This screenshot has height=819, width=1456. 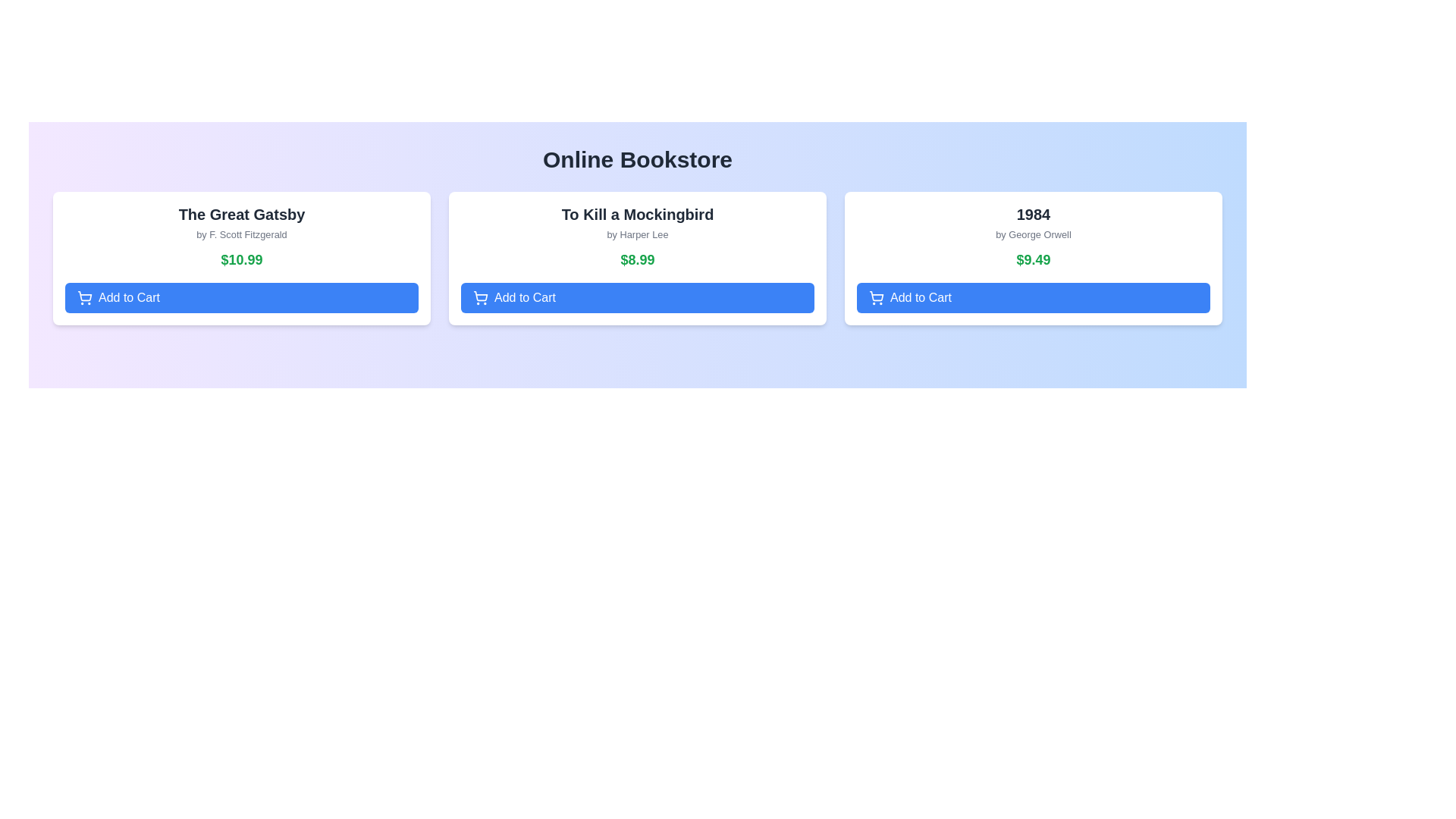 I want to click on the text label indicating the author of the book 'The Great Gatsby', located directly under the title and above the price text '$10.99' in the leftmost book card, so click(x=240, y=234).